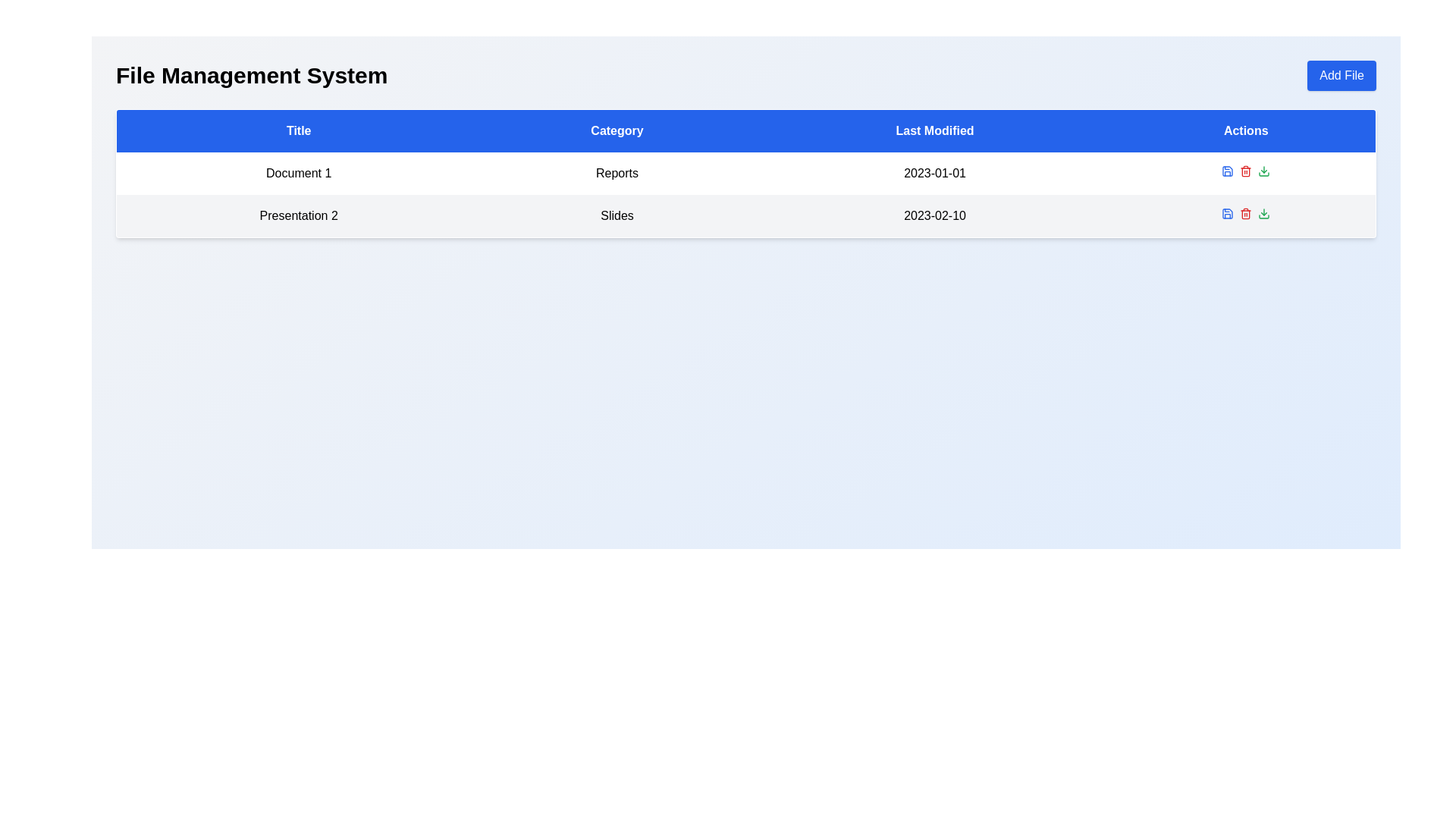 This screenshot has width=1456, height=819. I want to click on the static text element displaying the last modification date '2023-02-10' in the second row of the table under the 'Last Modified' column, so click(934, 216).